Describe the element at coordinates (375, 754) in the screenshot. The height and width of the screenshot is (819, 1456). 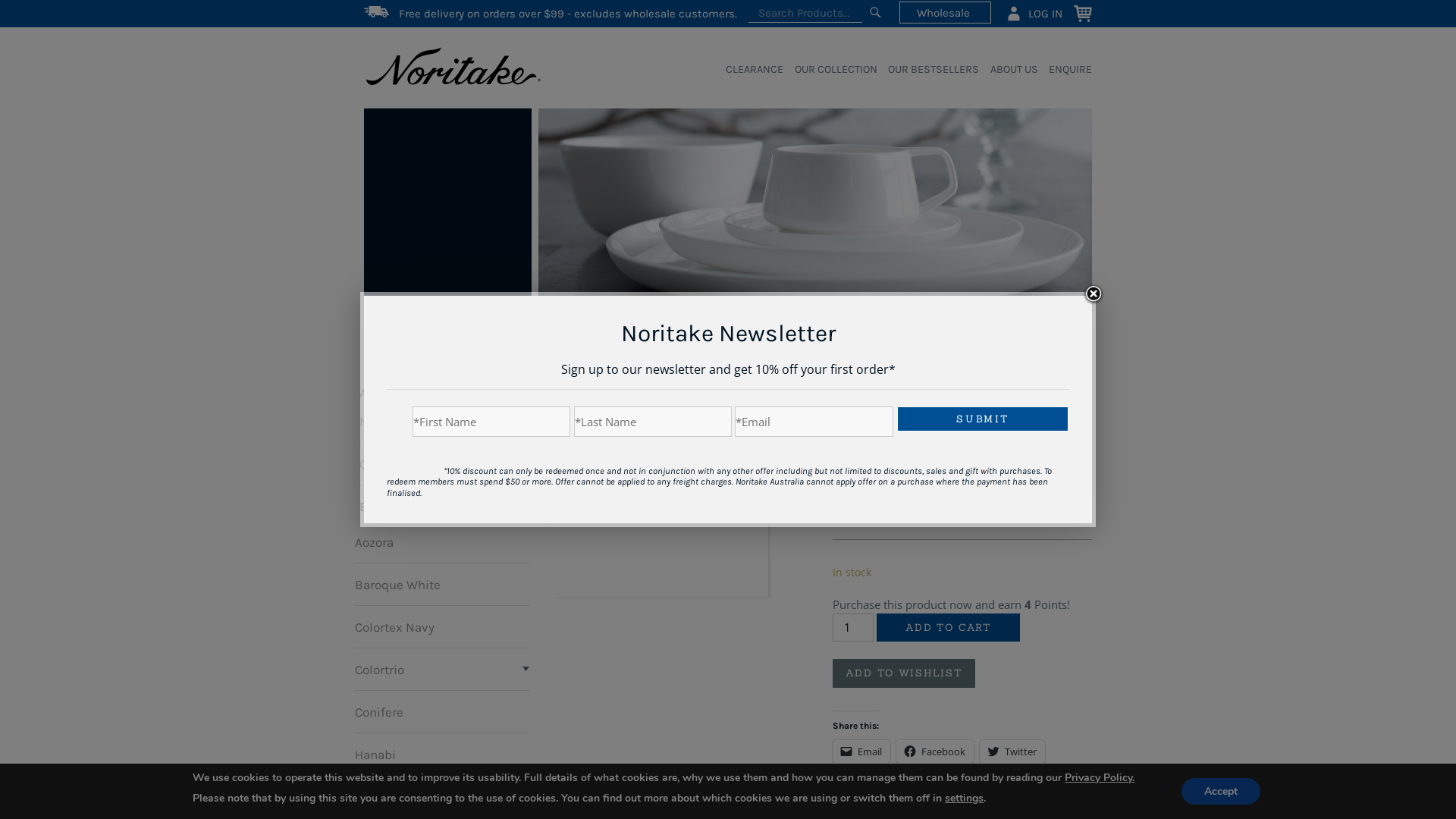
I see `'Hanabi'` at that location.